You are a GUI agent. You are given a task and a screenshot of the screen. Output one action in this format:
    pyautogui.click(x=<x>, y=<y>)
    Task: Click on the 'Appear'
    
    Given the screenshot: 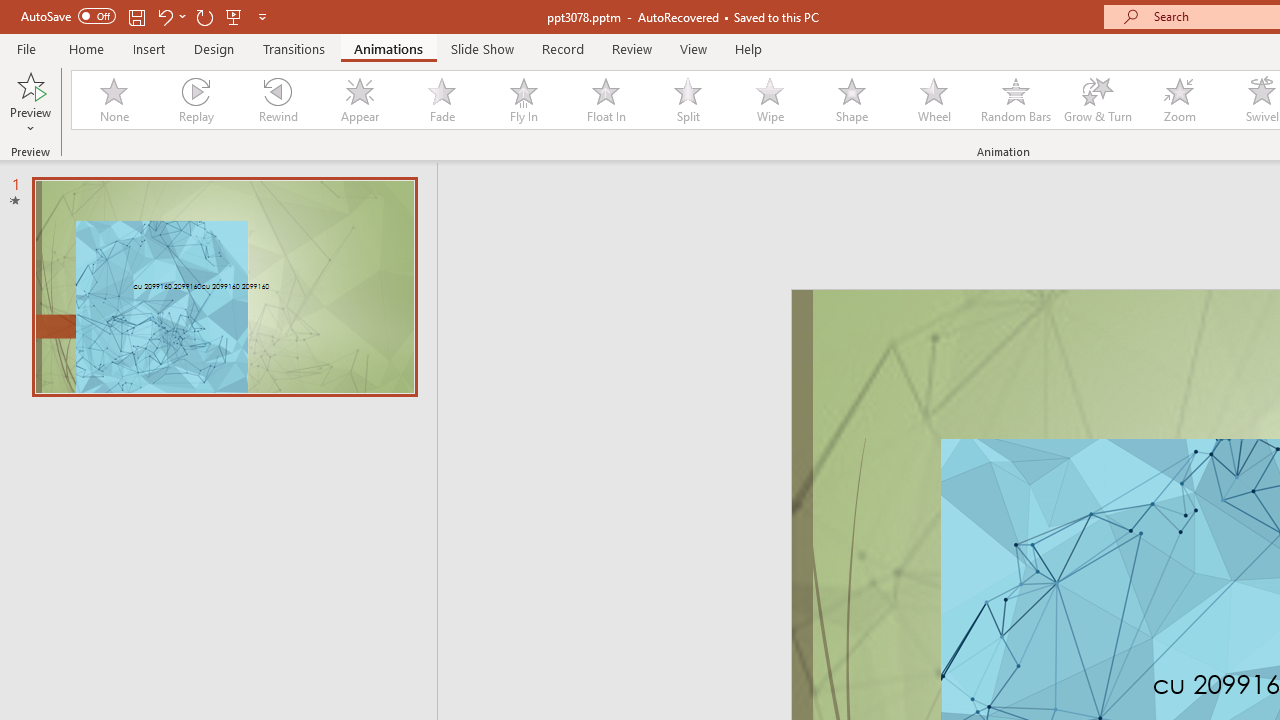 What is the action you would take?
    pyautogui.click(x=359, y=100)
    